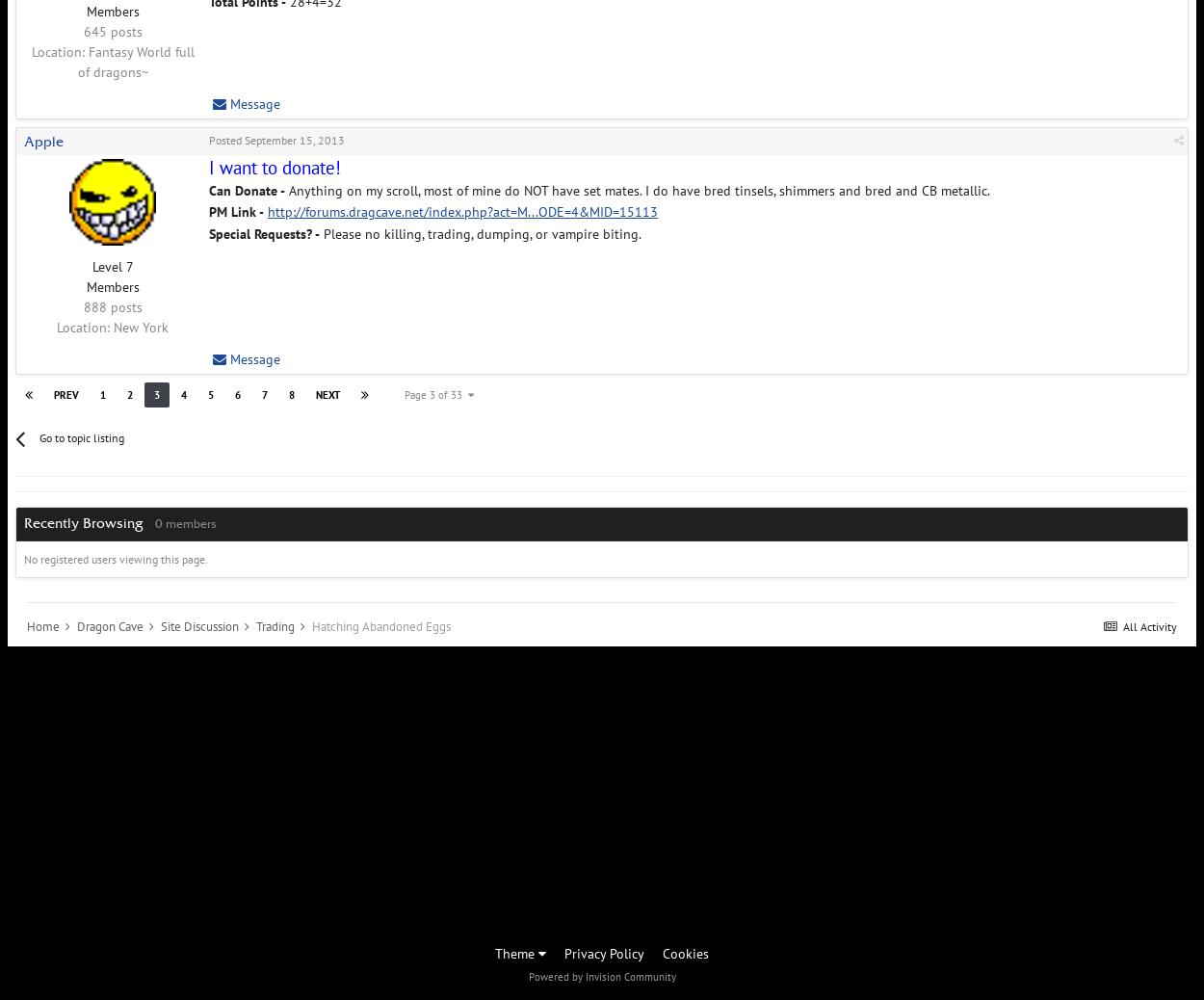  What do you see at coordinates (604, 953) in the screenshot?
I see `'Privacy Policy'` at bounding box center [604, 953].